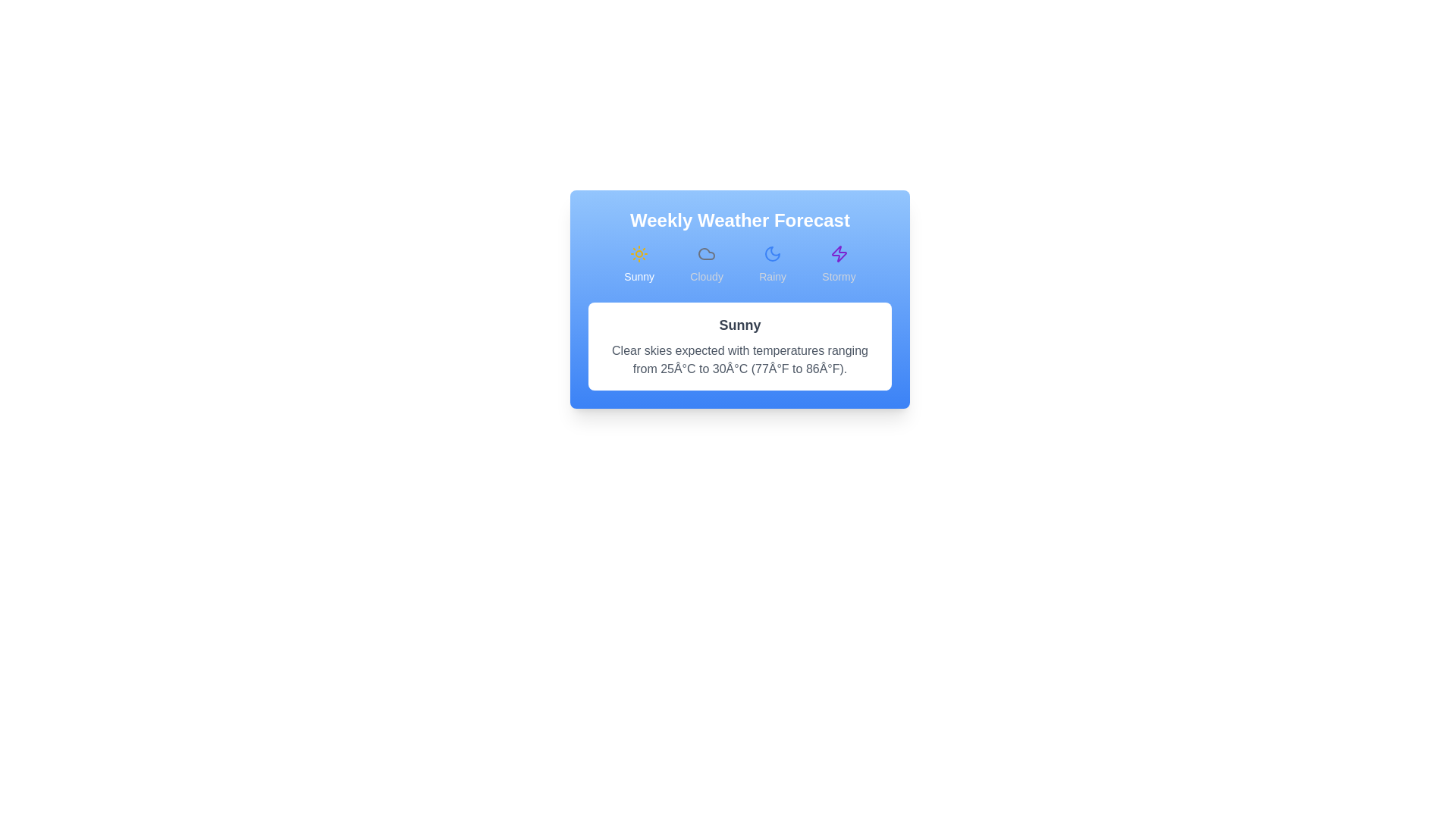 The image size is (1456, 819). What do you see at coordinates (705, 263) in the screenshot?
I see `the weather tab labeled Cloudy to view its details` at bounding box center [705, 263].